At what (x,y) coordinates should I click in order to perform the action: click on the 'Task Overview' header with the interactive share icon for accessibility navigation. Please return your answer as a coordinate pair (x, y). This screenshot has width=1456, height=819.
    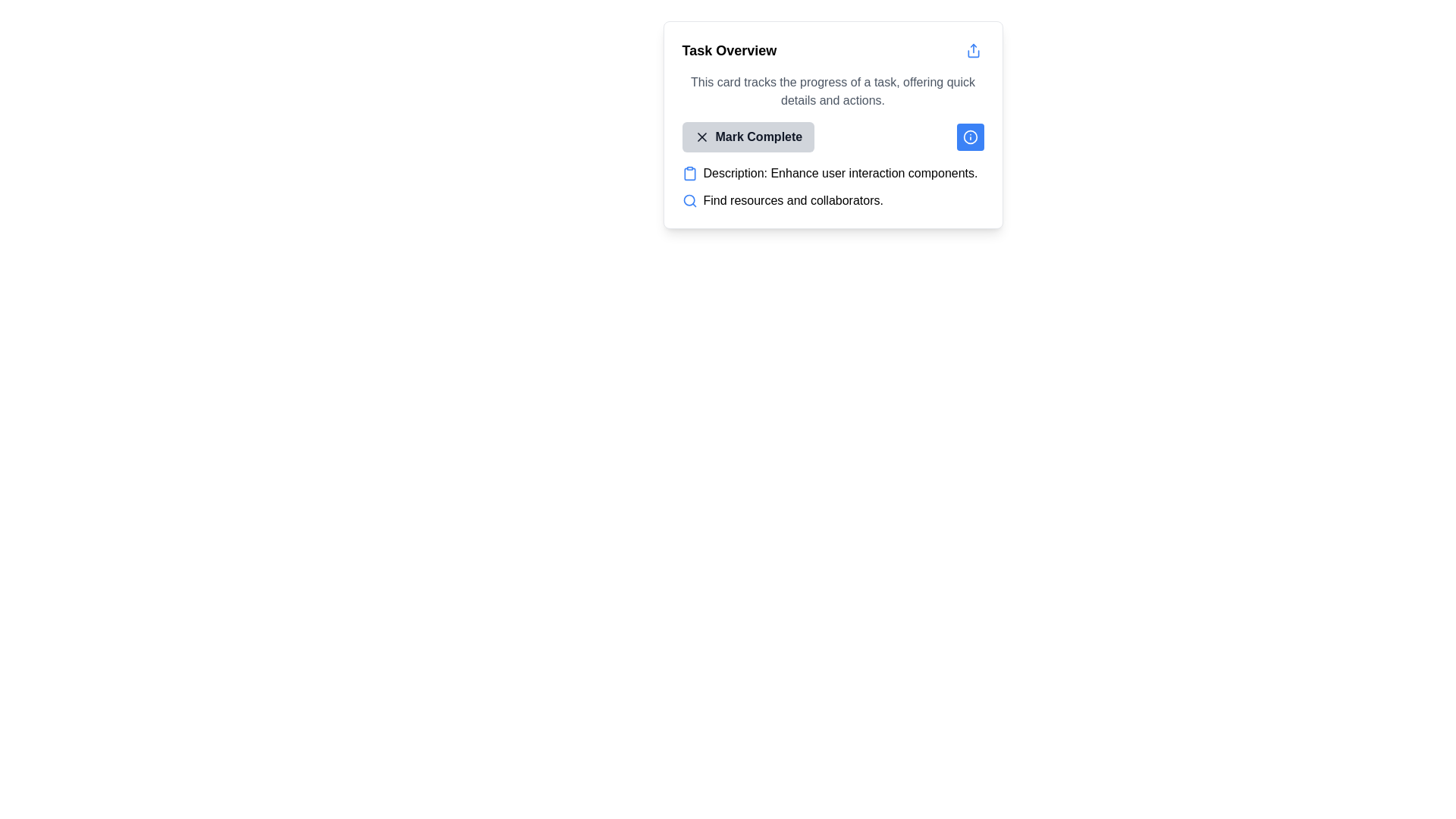
    Looking at the image, I should click on (832, 49).